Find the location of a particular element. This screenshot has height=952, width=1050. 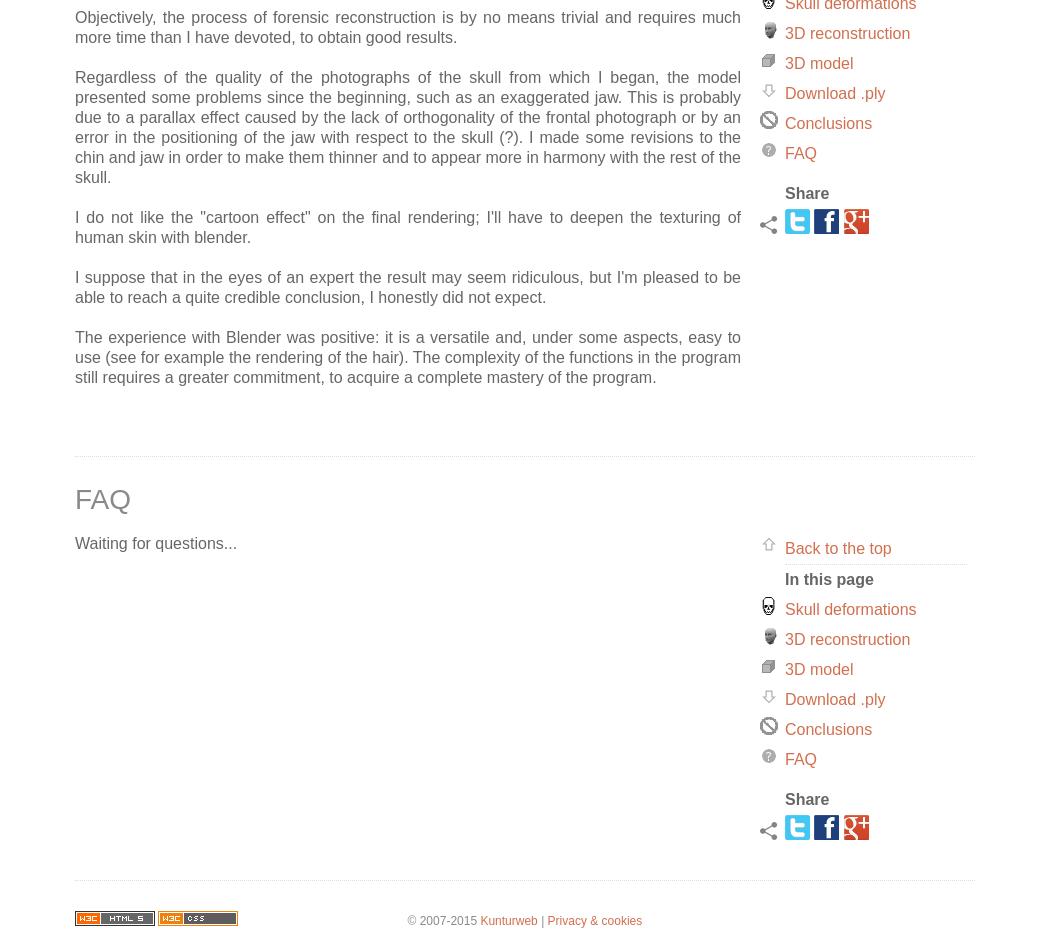

'I suppose that in the eyes of an expert the result may seem 
	ridiculous, but I'm pleased to be able to reach a quite 
	credible conclusion, I honestly did not expect.' is located at coordinates (408, 286).